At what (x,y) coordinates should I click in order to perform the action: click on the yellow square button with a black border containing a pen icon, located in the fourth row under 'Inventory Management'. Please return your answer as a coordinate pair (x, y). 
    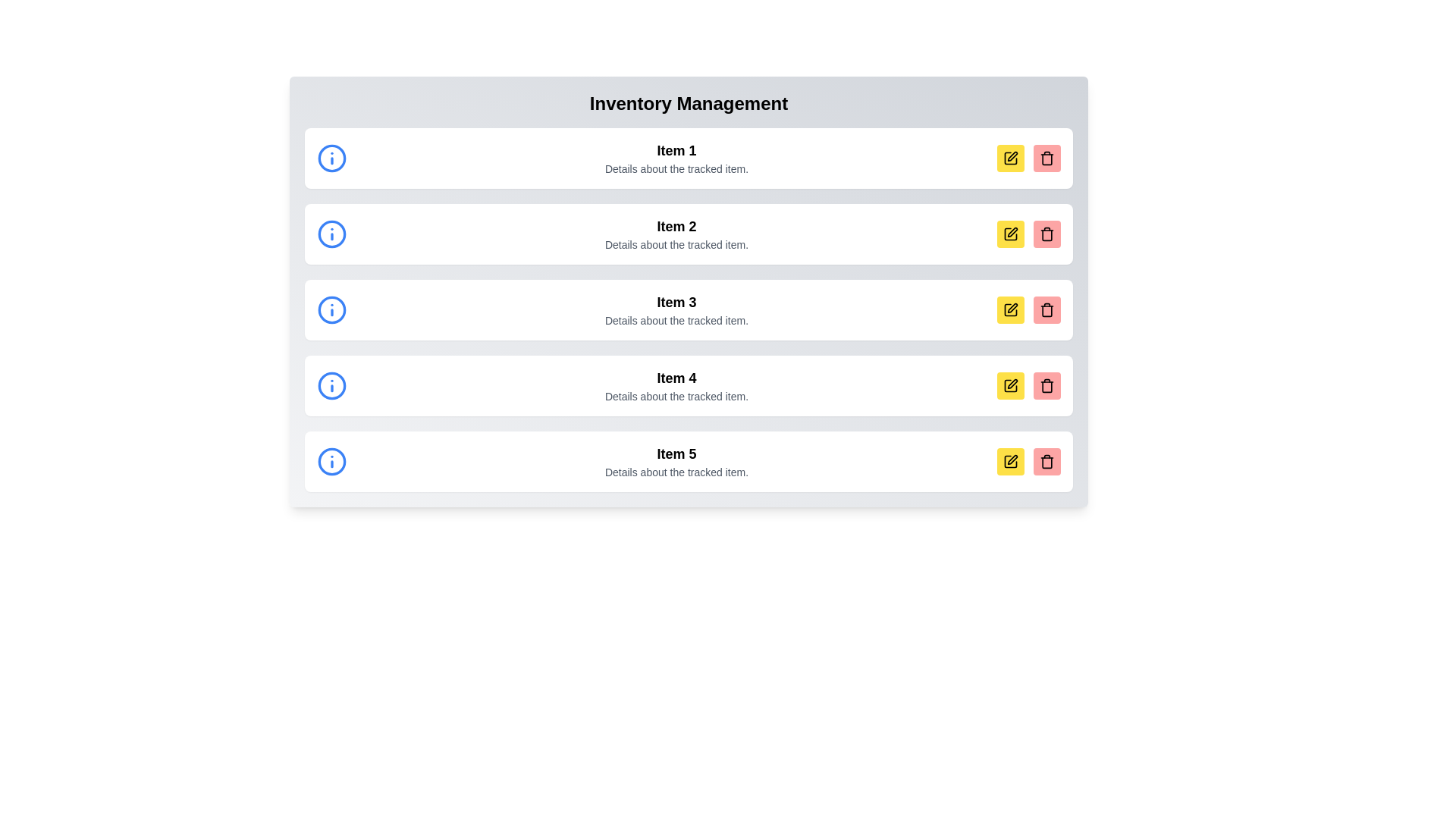
    Looking at the image, I should click on (1011, 385).